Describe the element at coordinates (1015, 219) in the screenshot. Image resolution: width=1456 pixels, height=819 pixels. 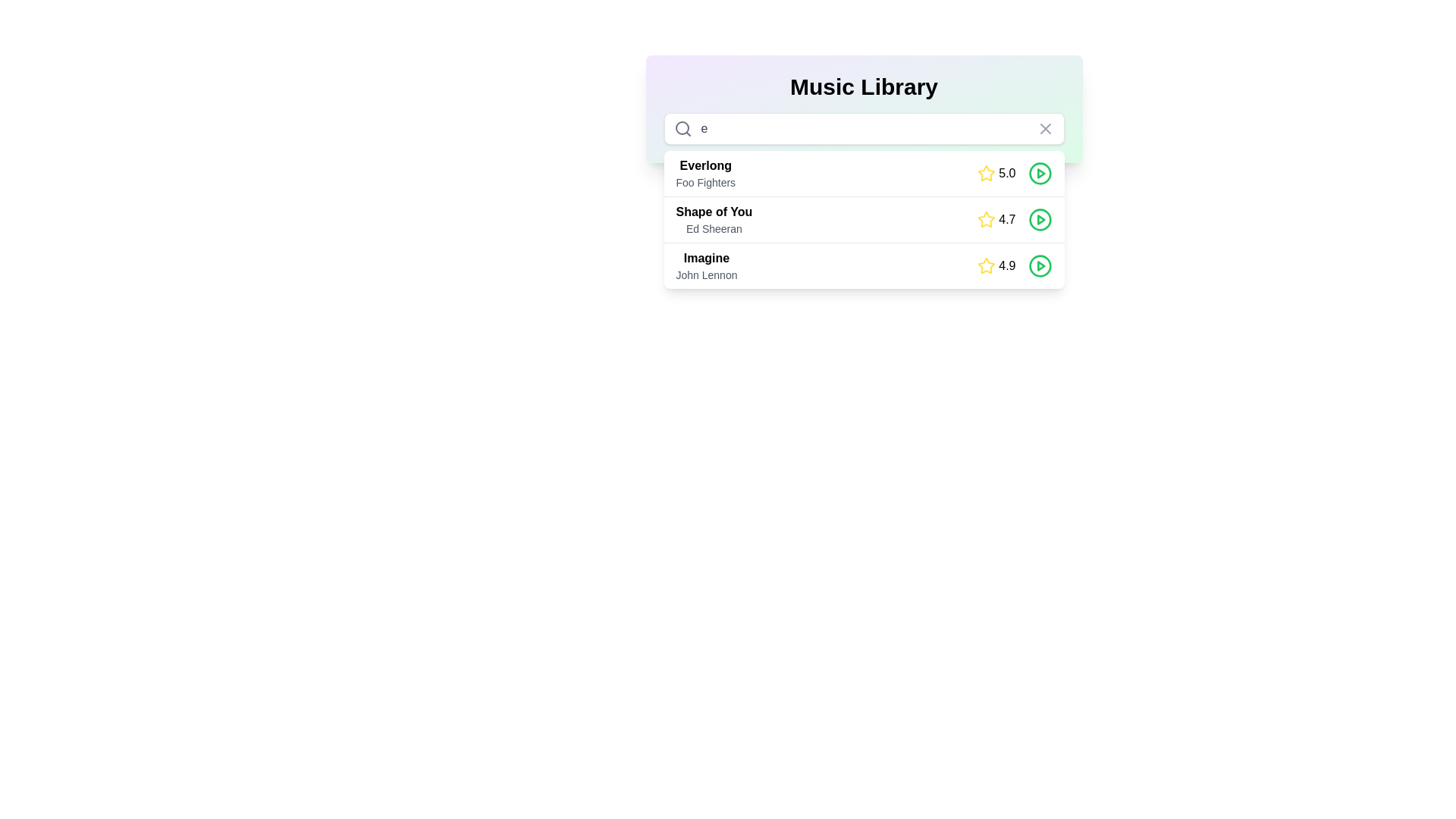
I see `the text label indicating a rating value of '4.7' located in the second row of the song list in the 'Music Library' interface, which is styled as plain black text and positioned to the right of a yellow star icon` at that location.